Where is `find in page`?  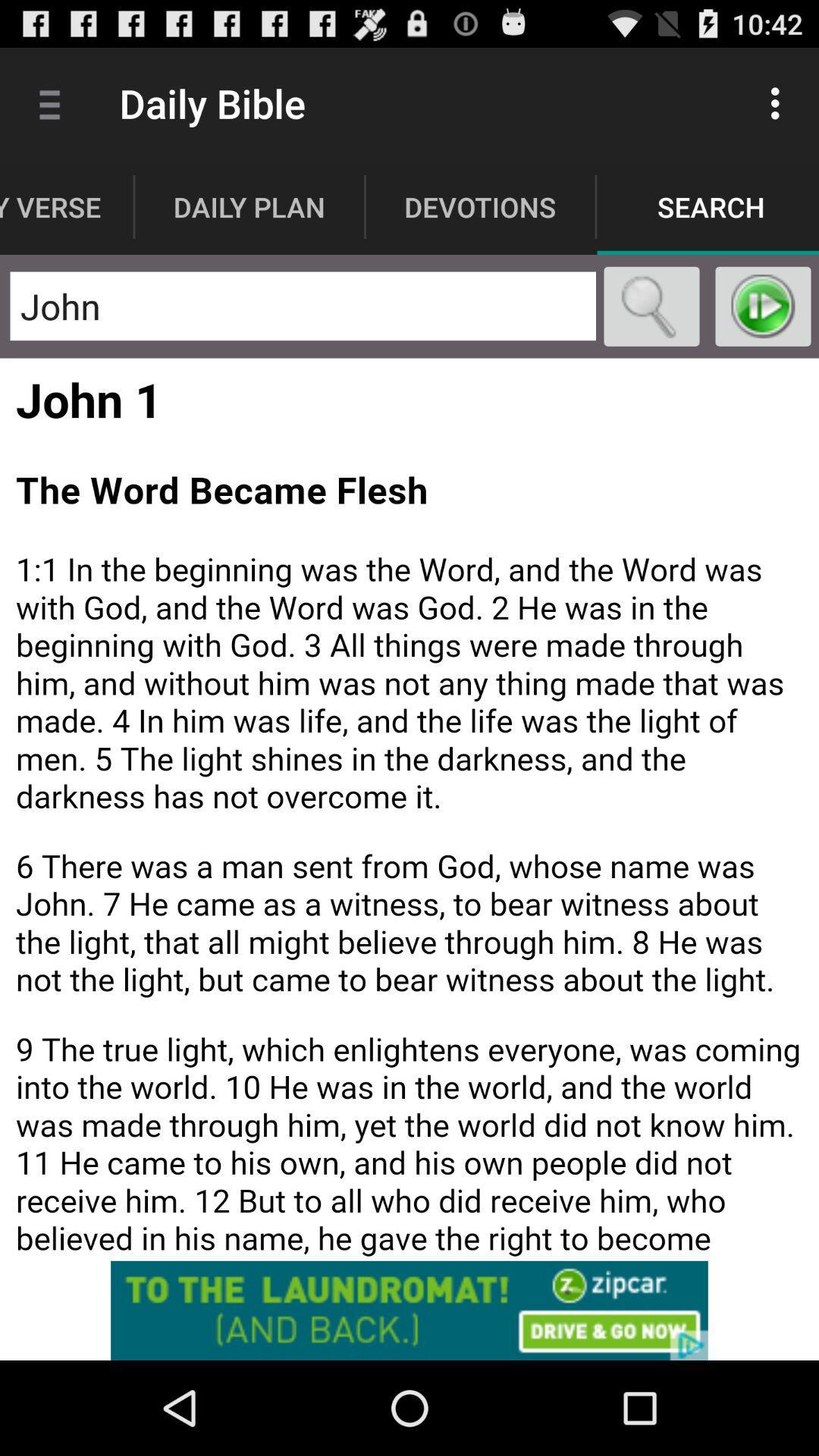 find in page is located at coordinates (651, 306).